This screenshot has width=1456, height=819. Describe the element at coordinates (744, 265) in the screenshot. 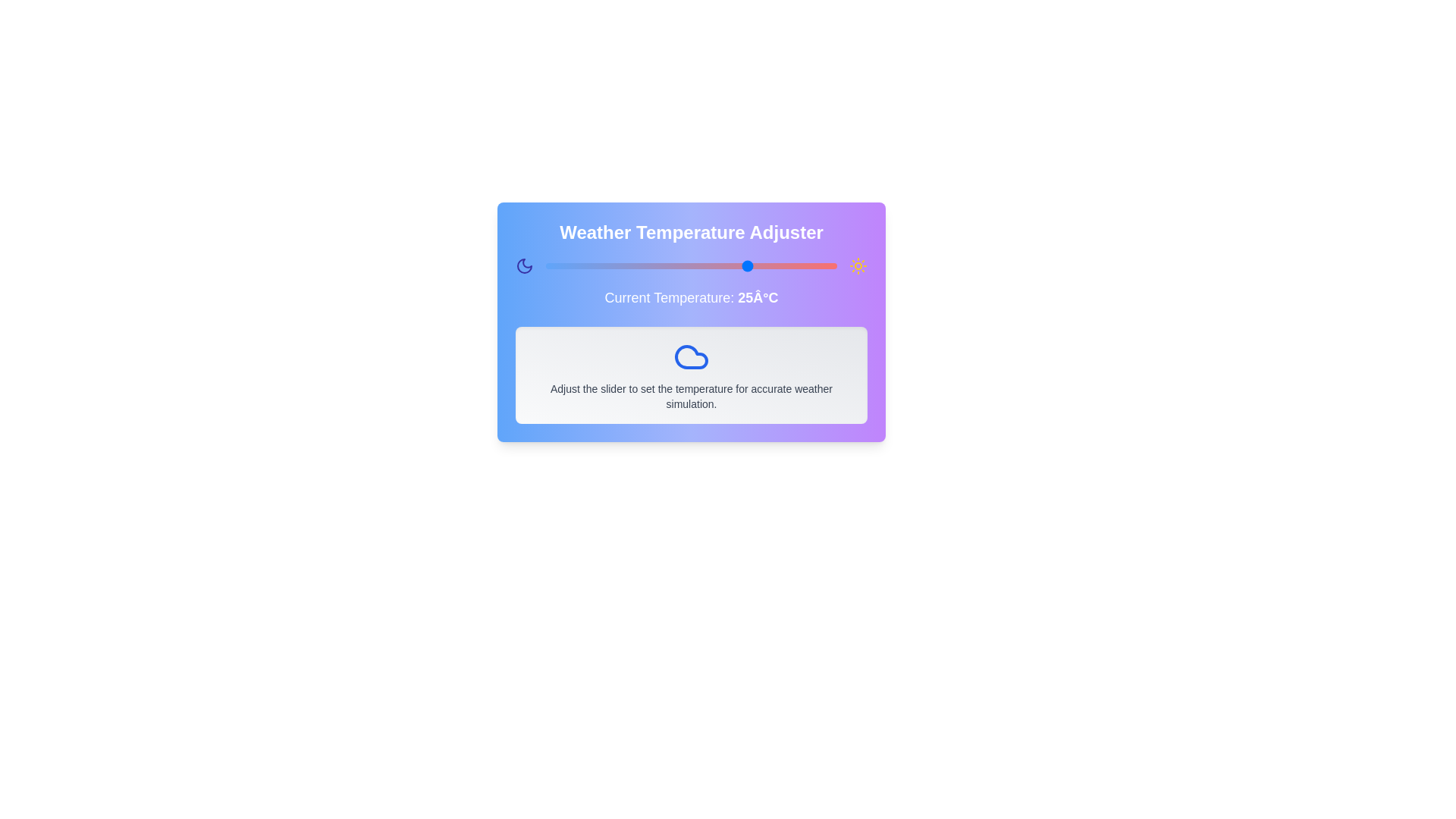

I see `the temperature slider to set the temperature to 24 degrees Celsius` at that location.